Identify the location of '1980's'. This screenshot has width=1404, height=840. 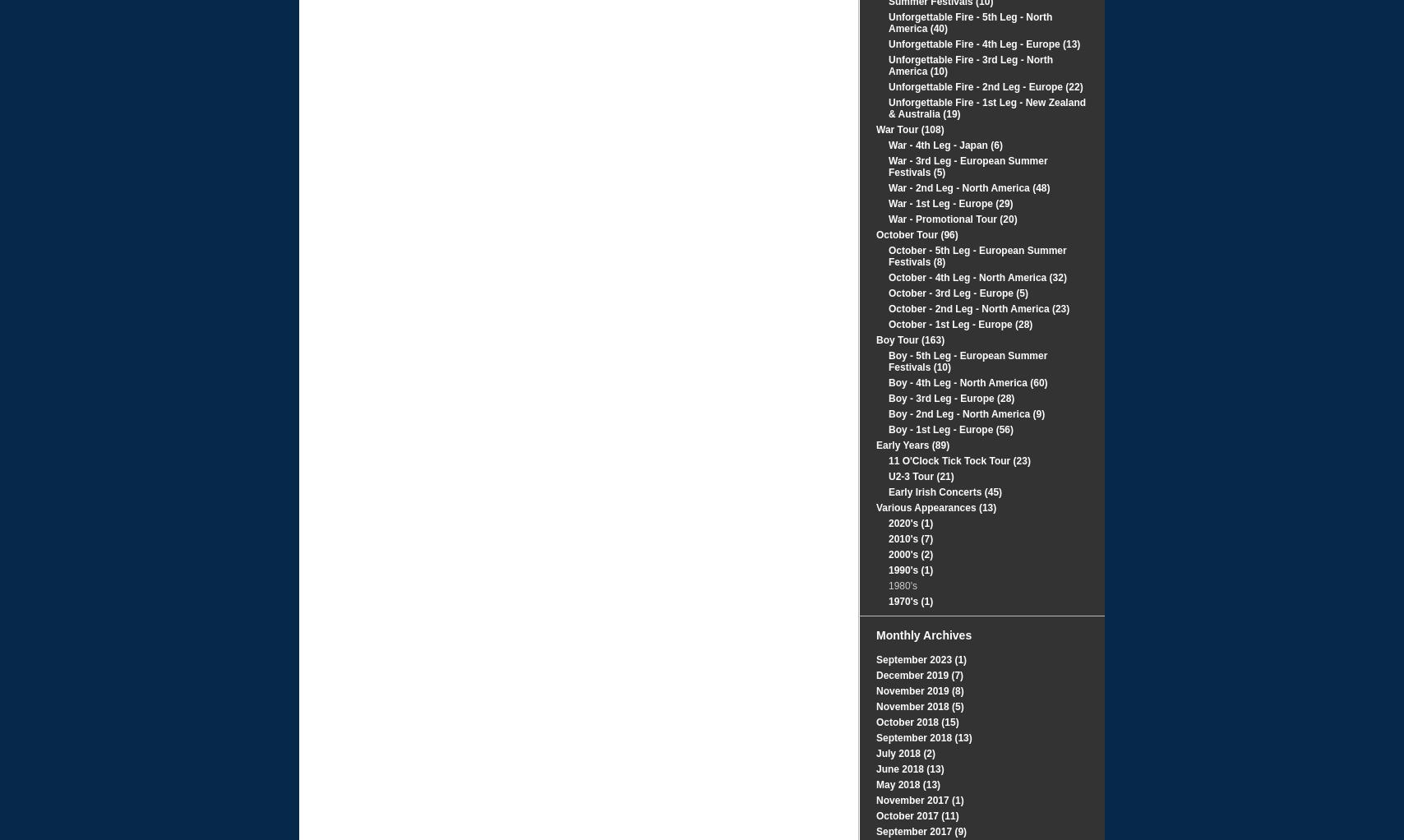
(888, 586).